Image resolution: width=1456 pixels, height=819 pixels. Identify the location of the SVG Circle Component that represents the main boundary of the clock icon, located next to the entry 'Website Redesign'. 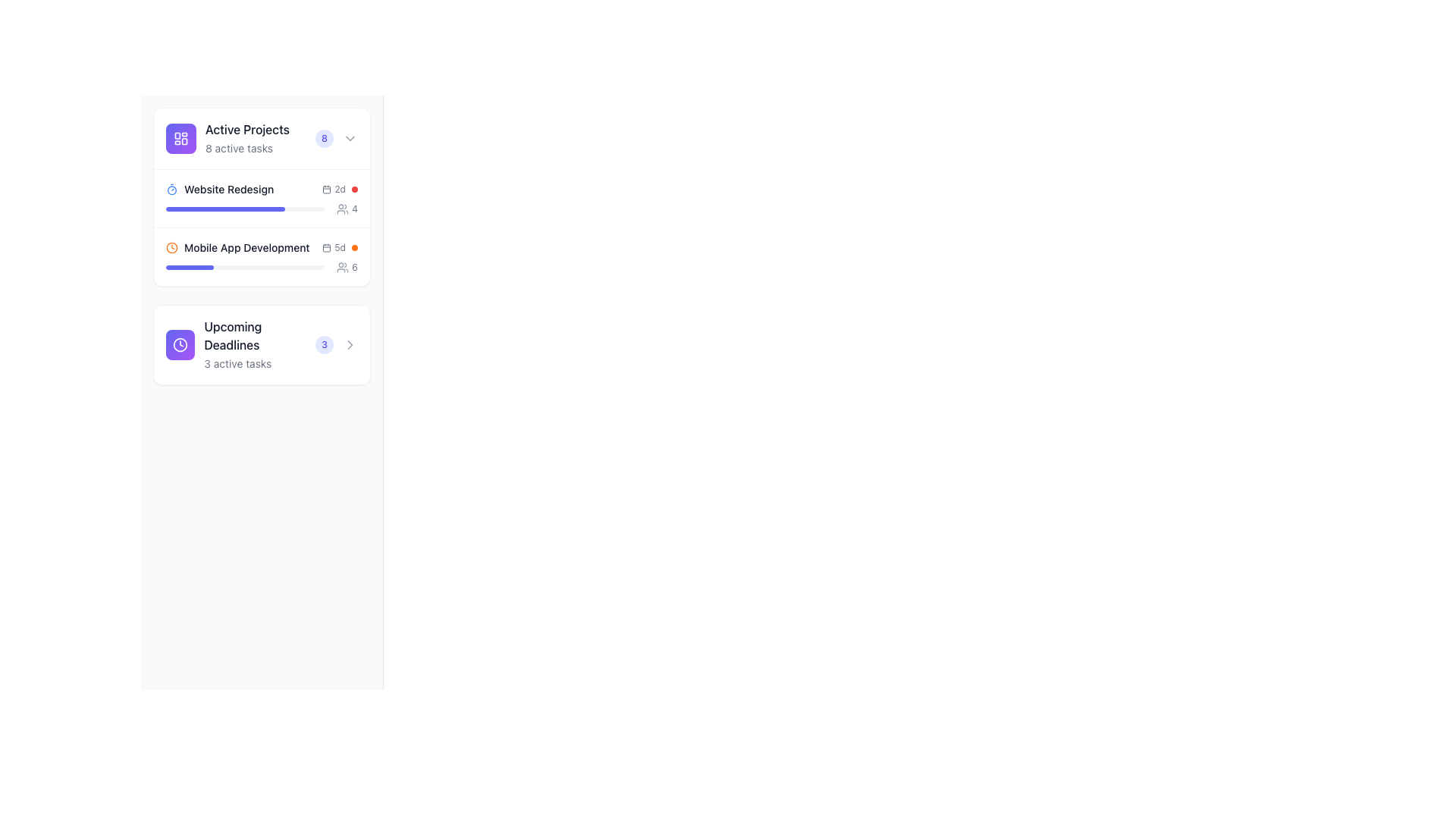
(180, 345).